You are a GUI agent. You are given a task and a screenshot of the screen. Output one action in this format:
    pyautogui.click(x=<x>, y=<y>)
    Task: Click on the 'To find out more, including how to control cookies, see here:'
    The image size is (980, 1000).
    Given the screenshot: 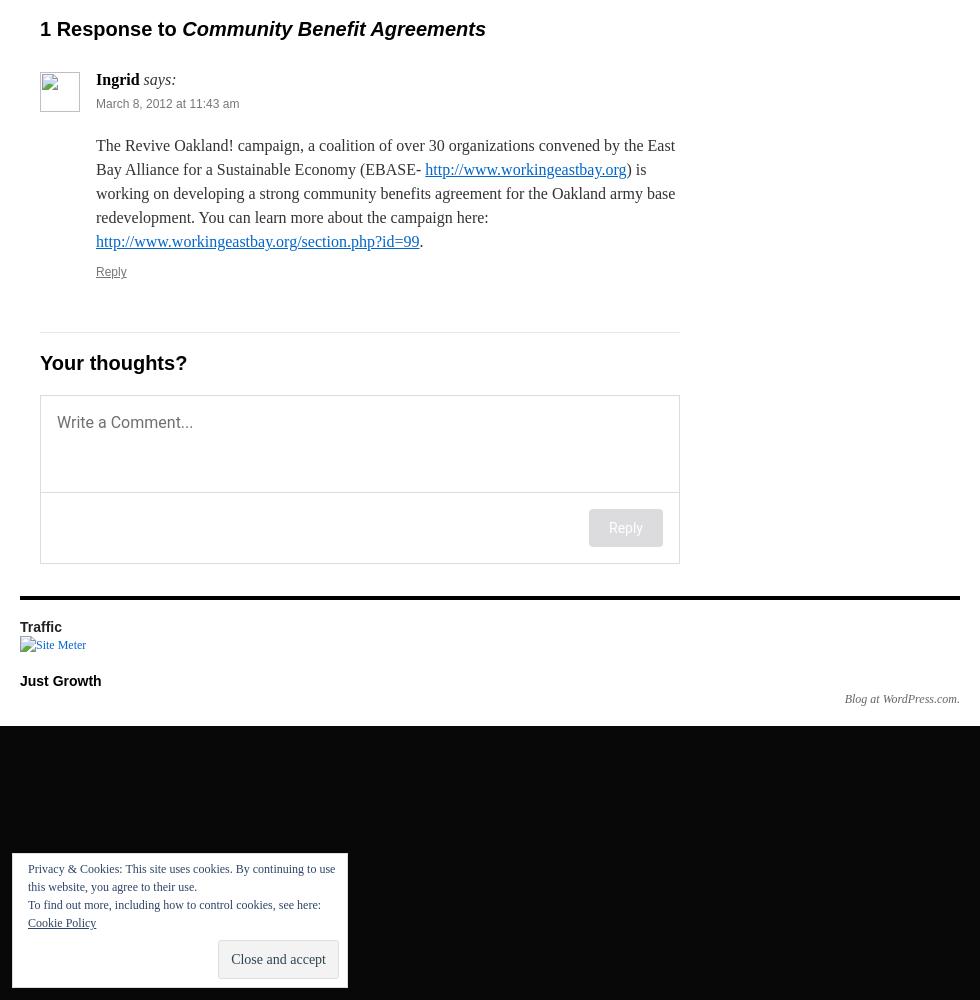 What is the action you would take?
    pyautogui.click(x=174, y=905)
    